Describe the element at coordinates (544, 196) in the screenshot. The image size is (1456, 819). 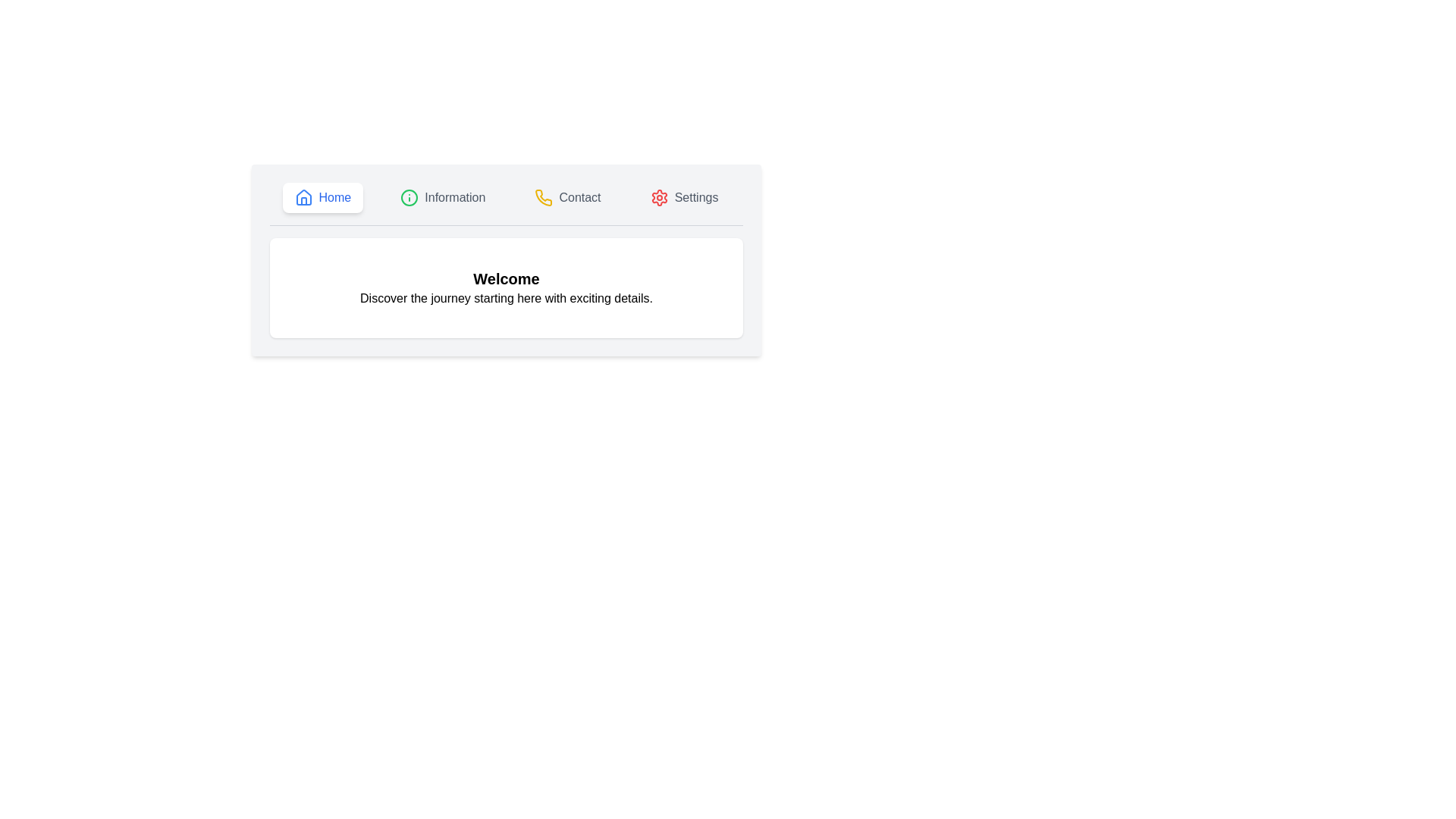
I see `the 'Contact' icon in the header navigation bar` at that location.